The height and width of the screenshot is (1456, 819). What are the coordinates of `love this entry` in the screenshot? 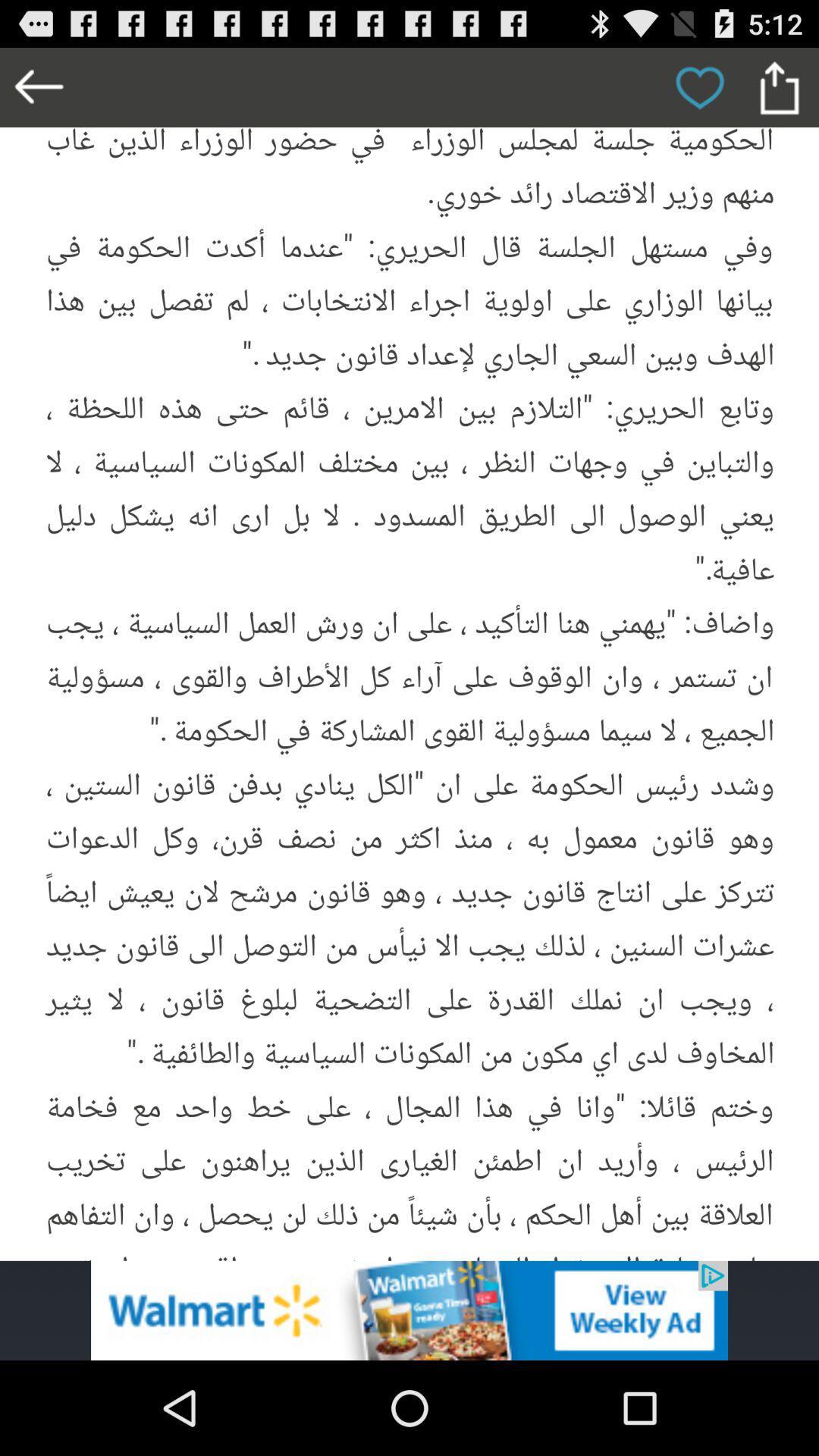 It's located at (699, 86).